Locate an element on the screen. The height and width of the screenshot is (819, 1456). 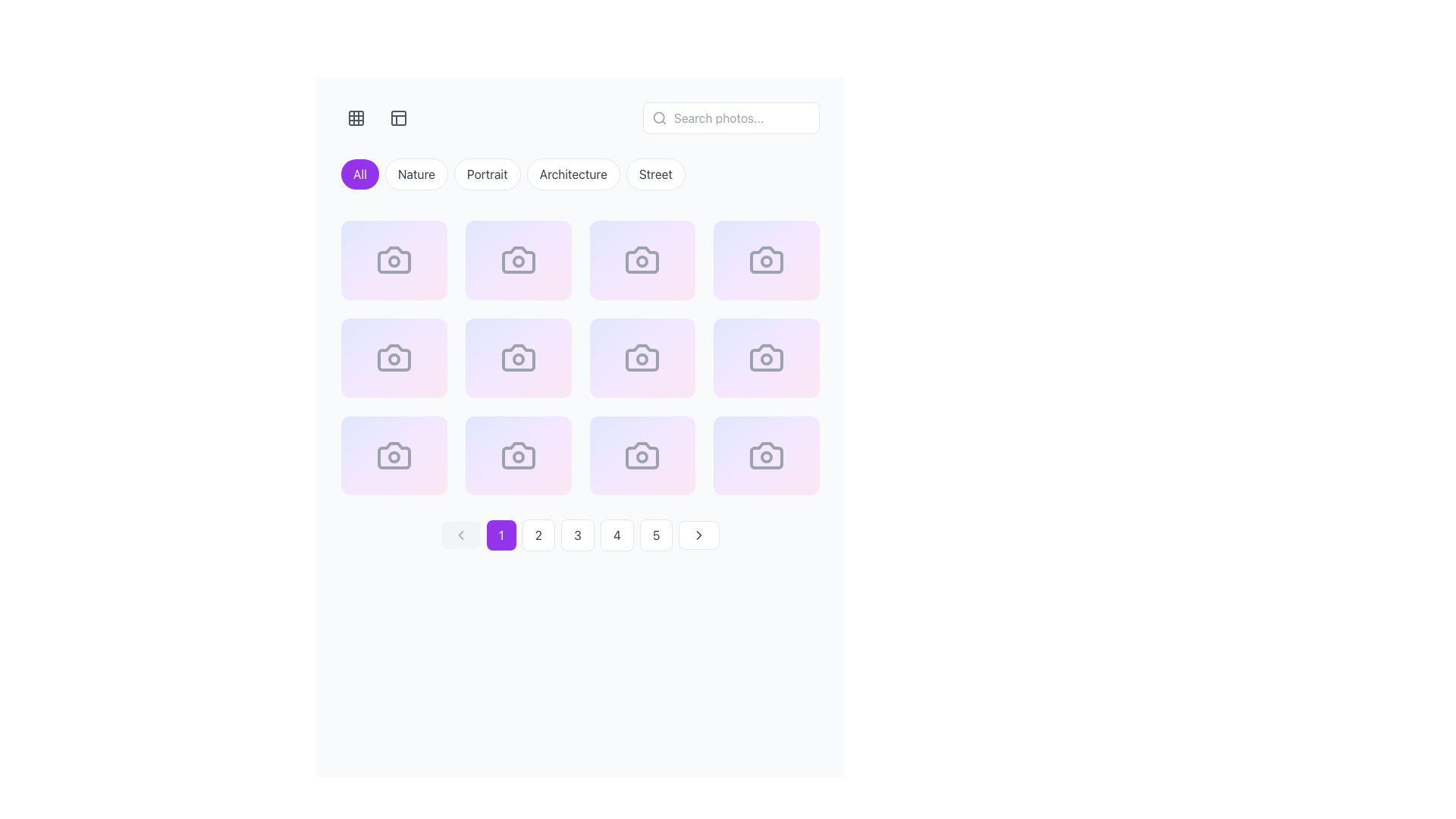
the third interactive button with an icon located near the center-right of the interface is located at coordinates (435, 372).